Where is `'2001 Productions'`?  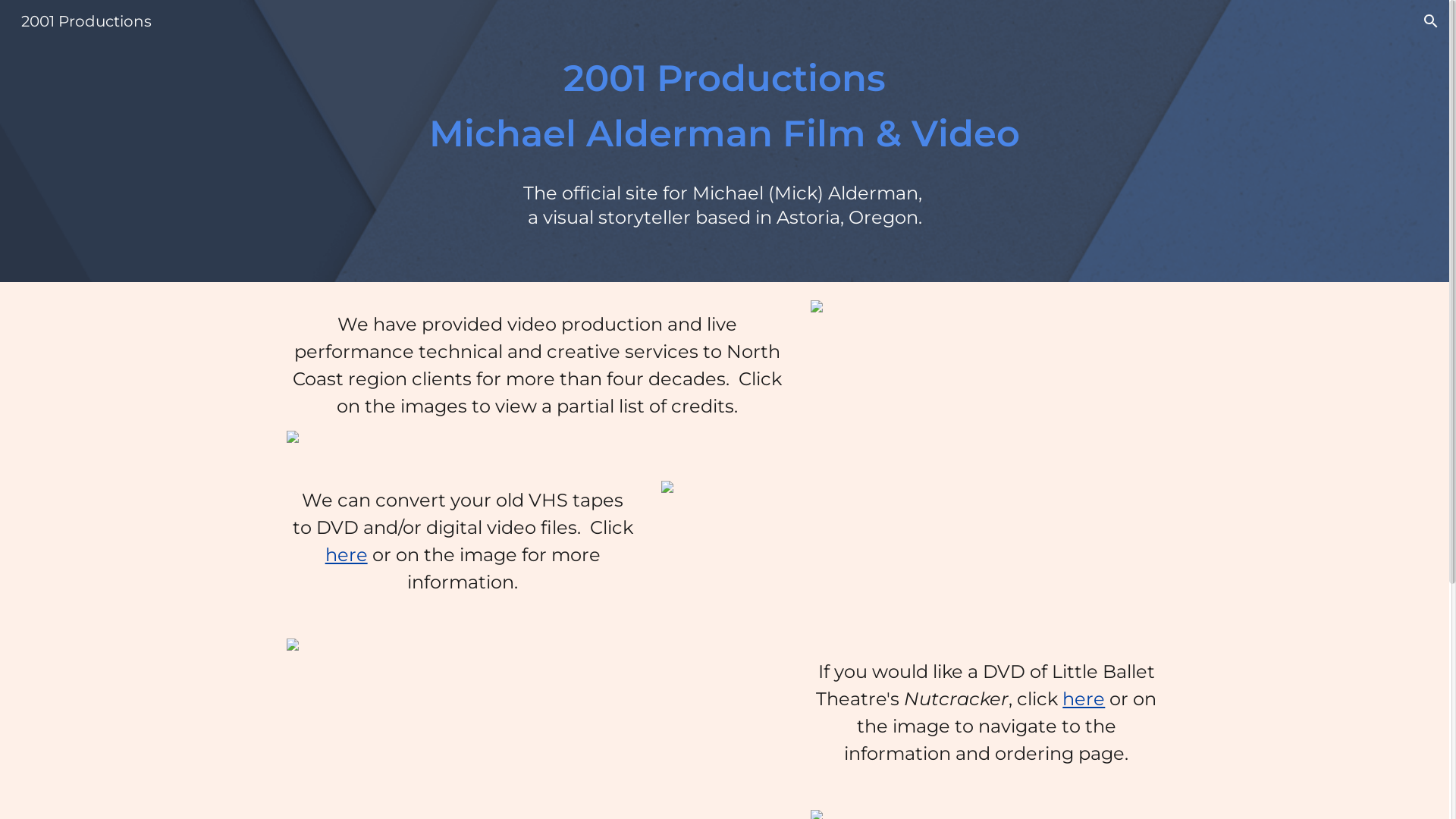 '2001 Productions' is located at coordinates (11, 20).